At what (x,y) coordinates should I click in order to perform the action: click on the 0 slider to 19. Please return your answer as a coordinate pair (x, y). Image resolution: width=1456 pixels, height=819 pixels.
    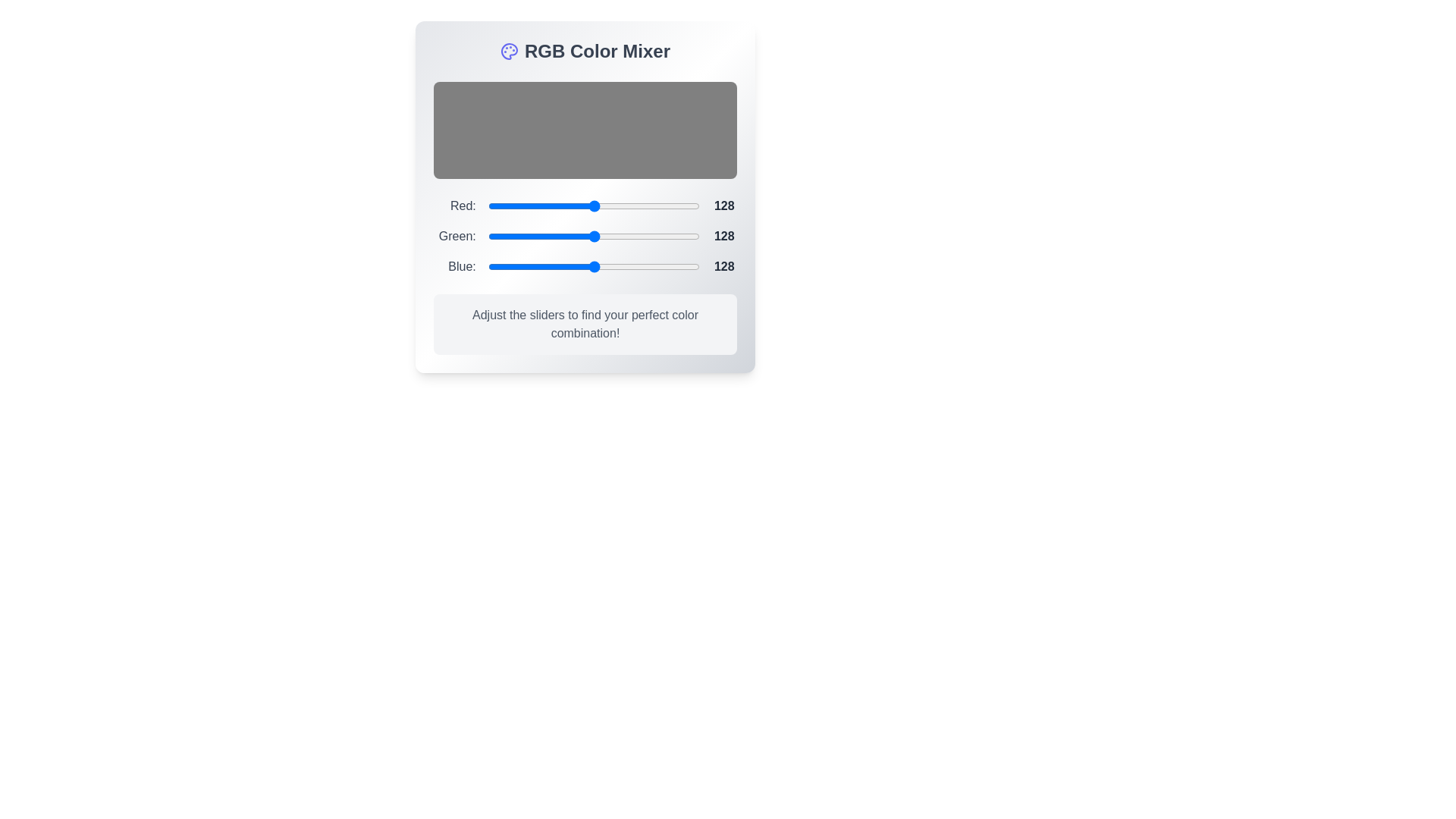
    Looking at the image, I should click on (504, 206).